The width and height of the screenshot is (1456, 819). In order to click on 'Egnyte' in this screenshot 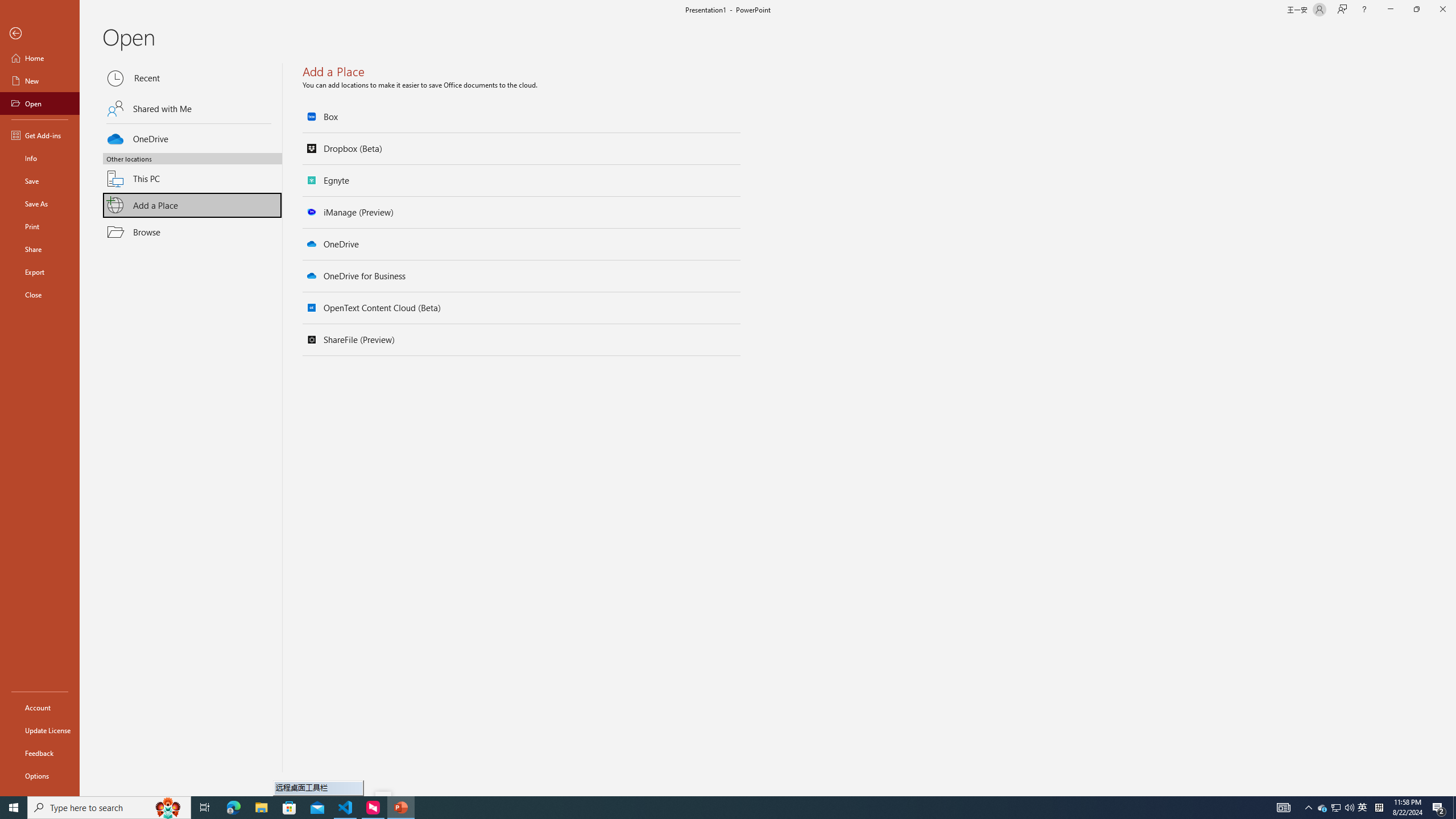, I will do `click(522, 180)`.